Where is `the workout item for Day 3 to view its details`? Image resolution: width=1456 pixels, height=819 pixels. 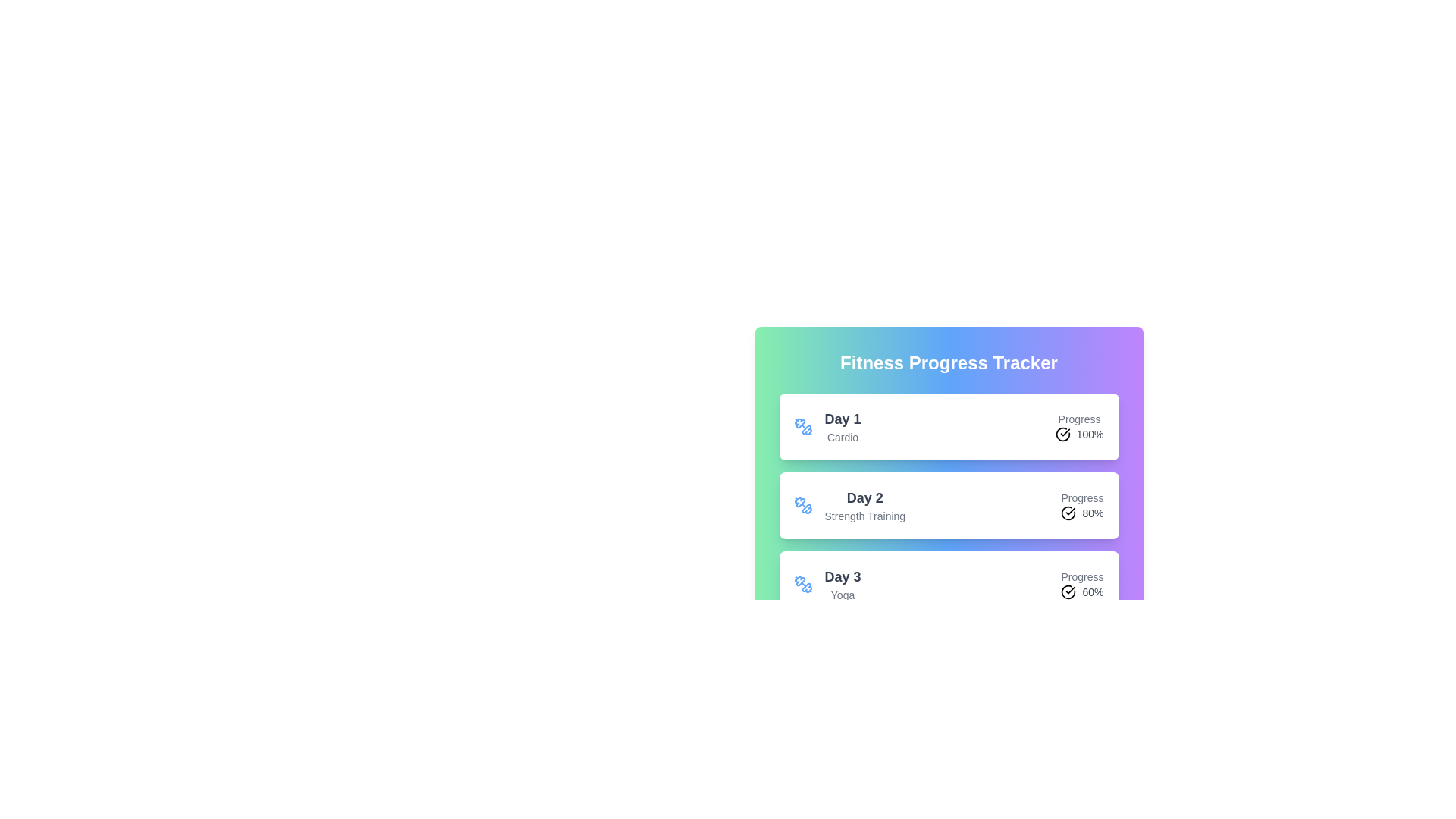
the workout item for Day 3 to view its details is located at coordinates (948, 584).